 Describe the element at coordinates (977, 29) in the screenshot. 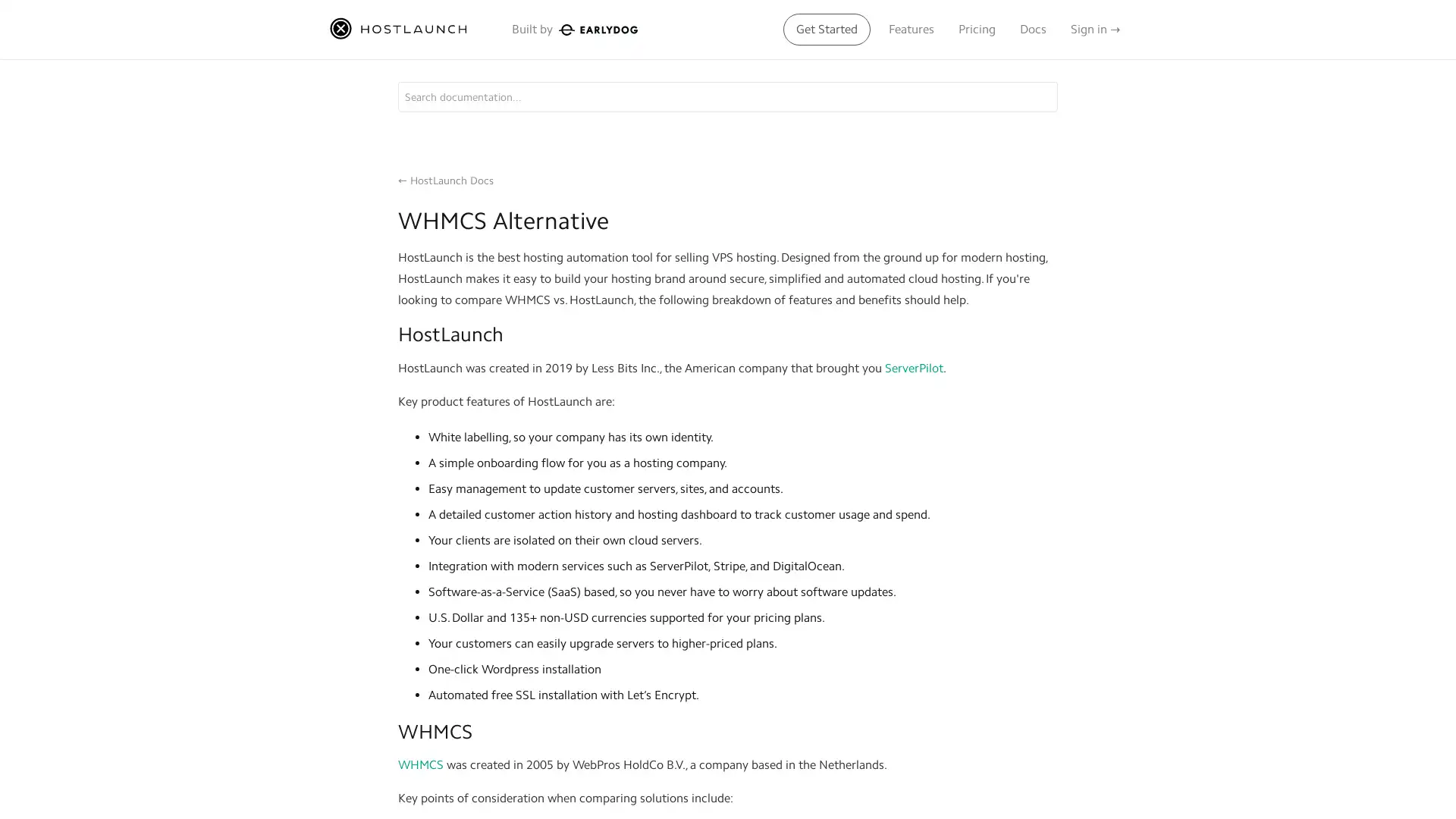

I see `Pricing` at that location.